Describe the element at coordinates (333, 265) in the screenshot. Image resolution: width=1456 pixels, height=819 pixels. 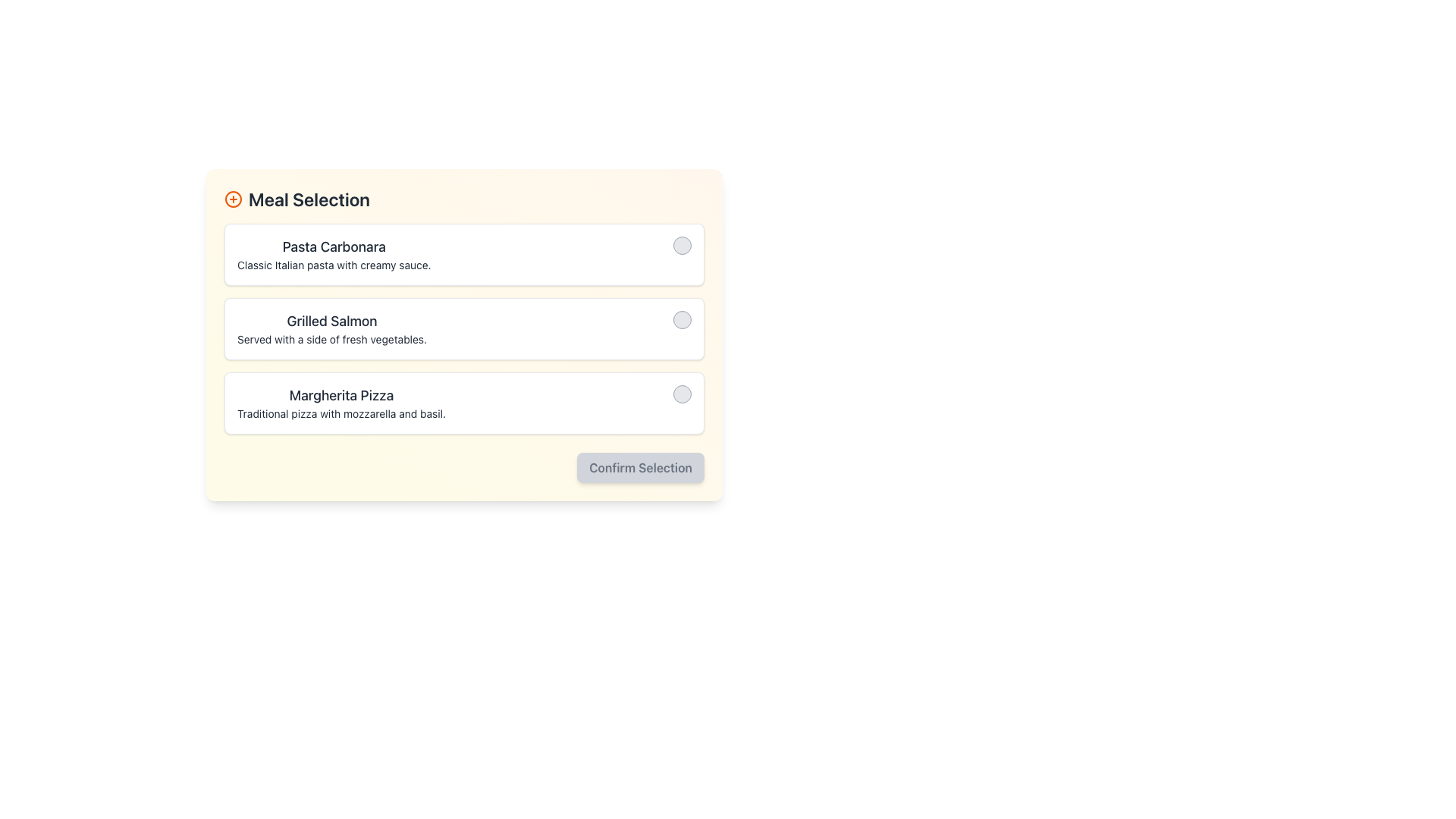
I see `the text label that reads 'Classic Italian pasta with creamy sauce.' which is positioned directly below 'Pasta Carbonara'` at that location.